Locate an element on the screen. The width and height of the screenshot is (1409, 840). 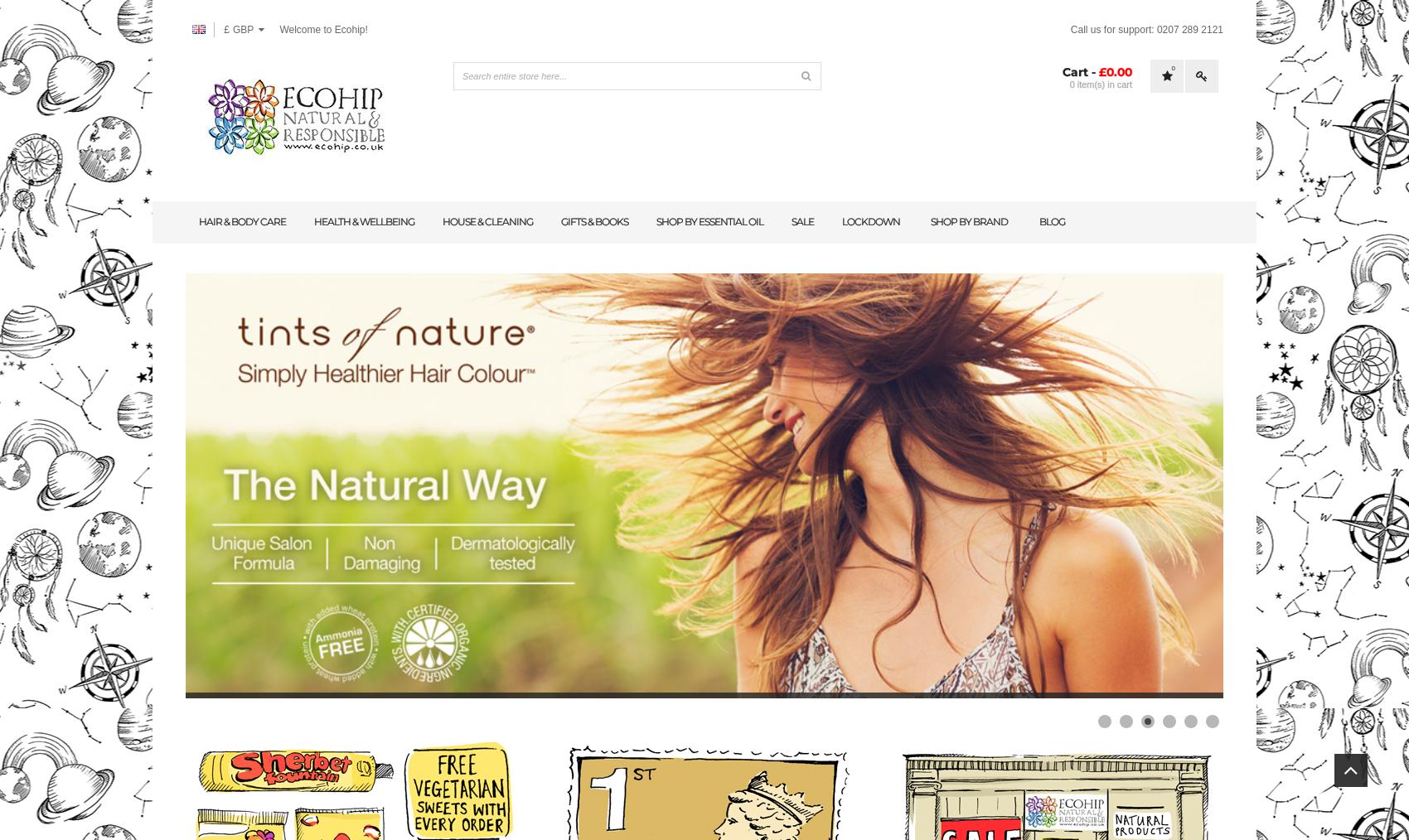
'Gifts & books' is located at coordinates (560, 221).